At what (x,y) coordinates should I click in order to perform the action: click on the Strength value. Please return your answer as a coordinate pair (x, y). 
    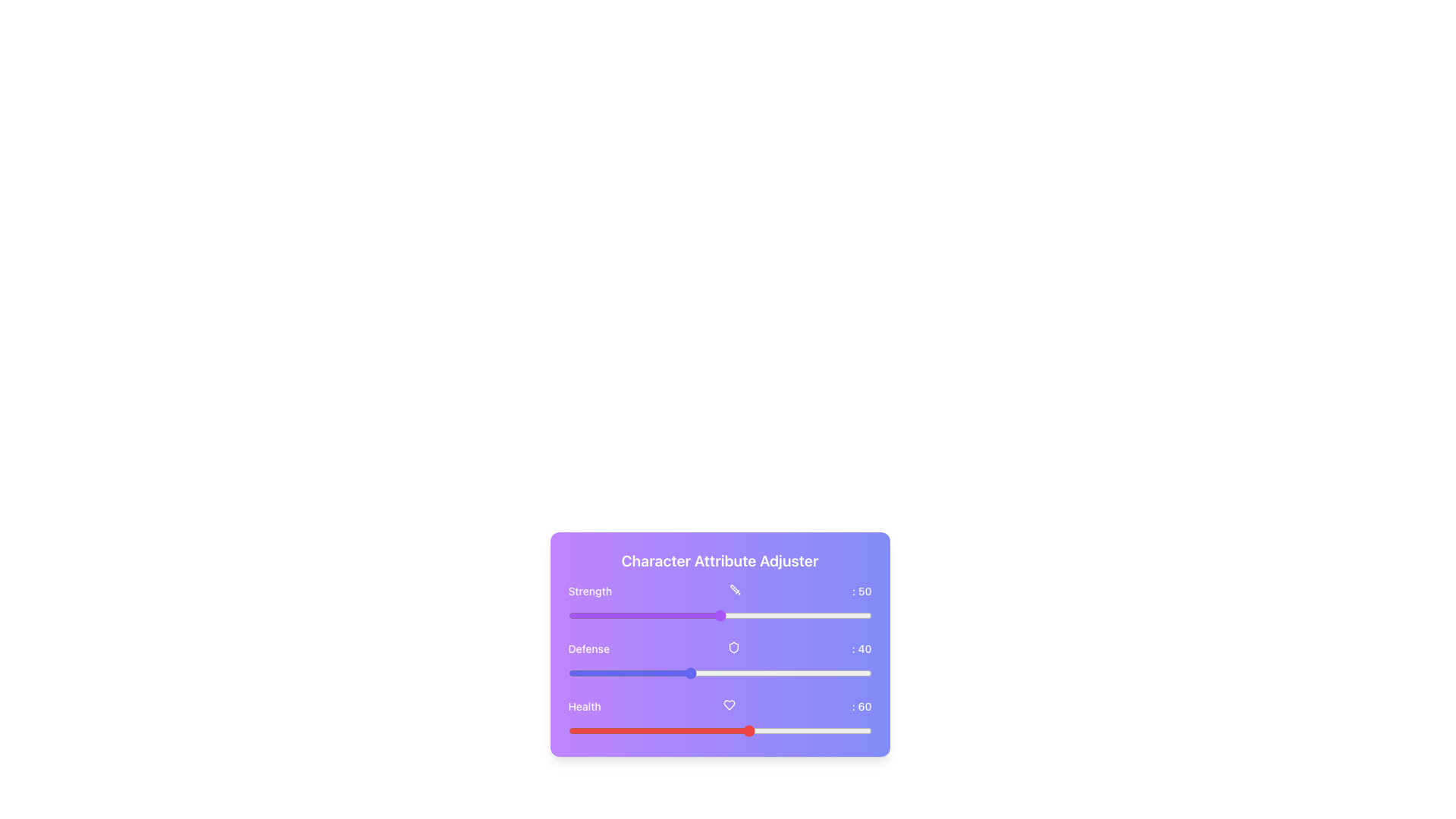
    Looking at the image, I should click on (682, 616).